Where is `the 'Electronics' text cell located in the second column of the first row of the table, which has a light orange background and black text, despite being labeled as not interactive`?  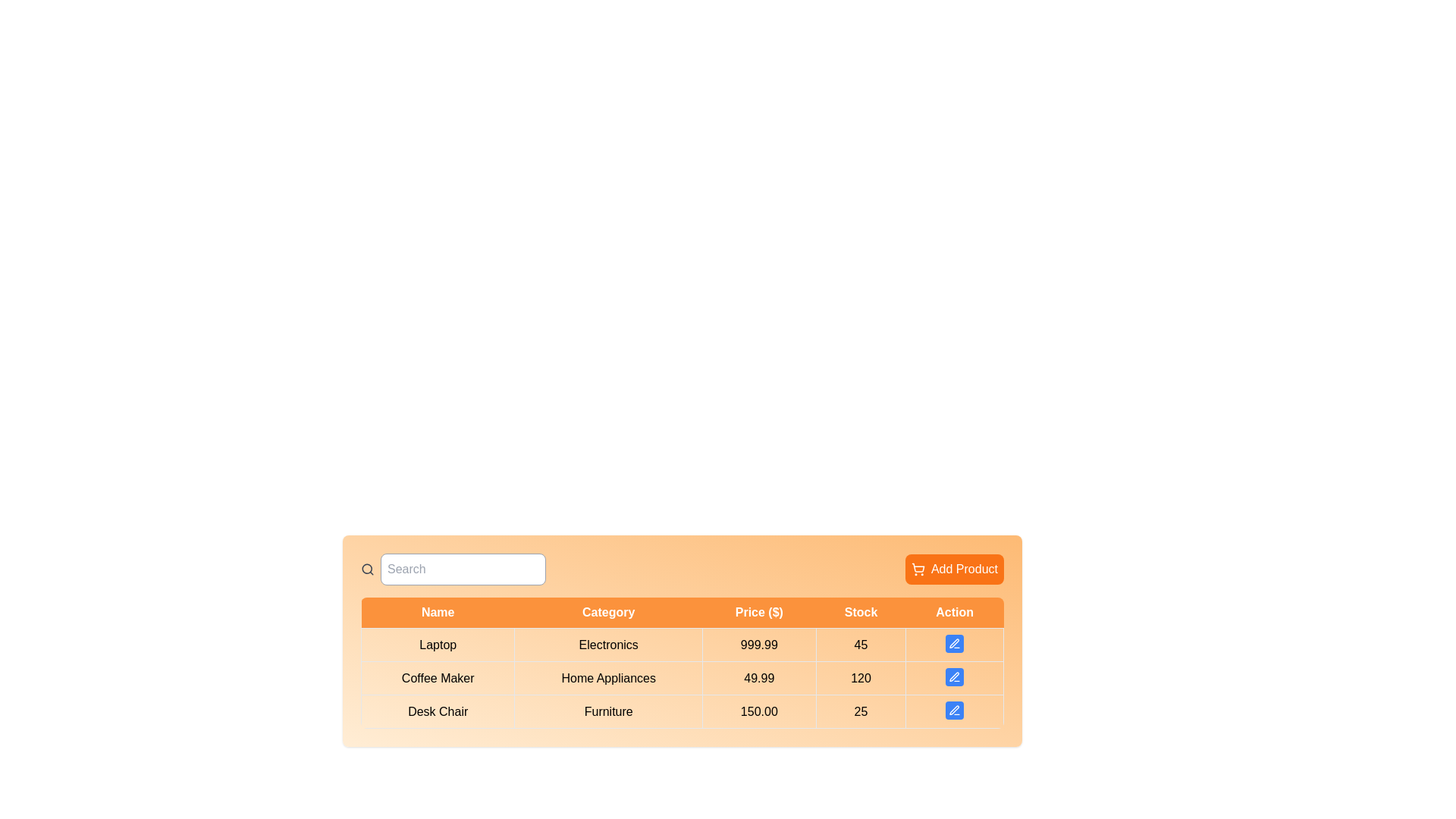 the 'Electronics' text cell located in the second column of the first row of the table, which has a light orange background and black text, despite being labeled as not interactive is located at coordinates (608, 645).